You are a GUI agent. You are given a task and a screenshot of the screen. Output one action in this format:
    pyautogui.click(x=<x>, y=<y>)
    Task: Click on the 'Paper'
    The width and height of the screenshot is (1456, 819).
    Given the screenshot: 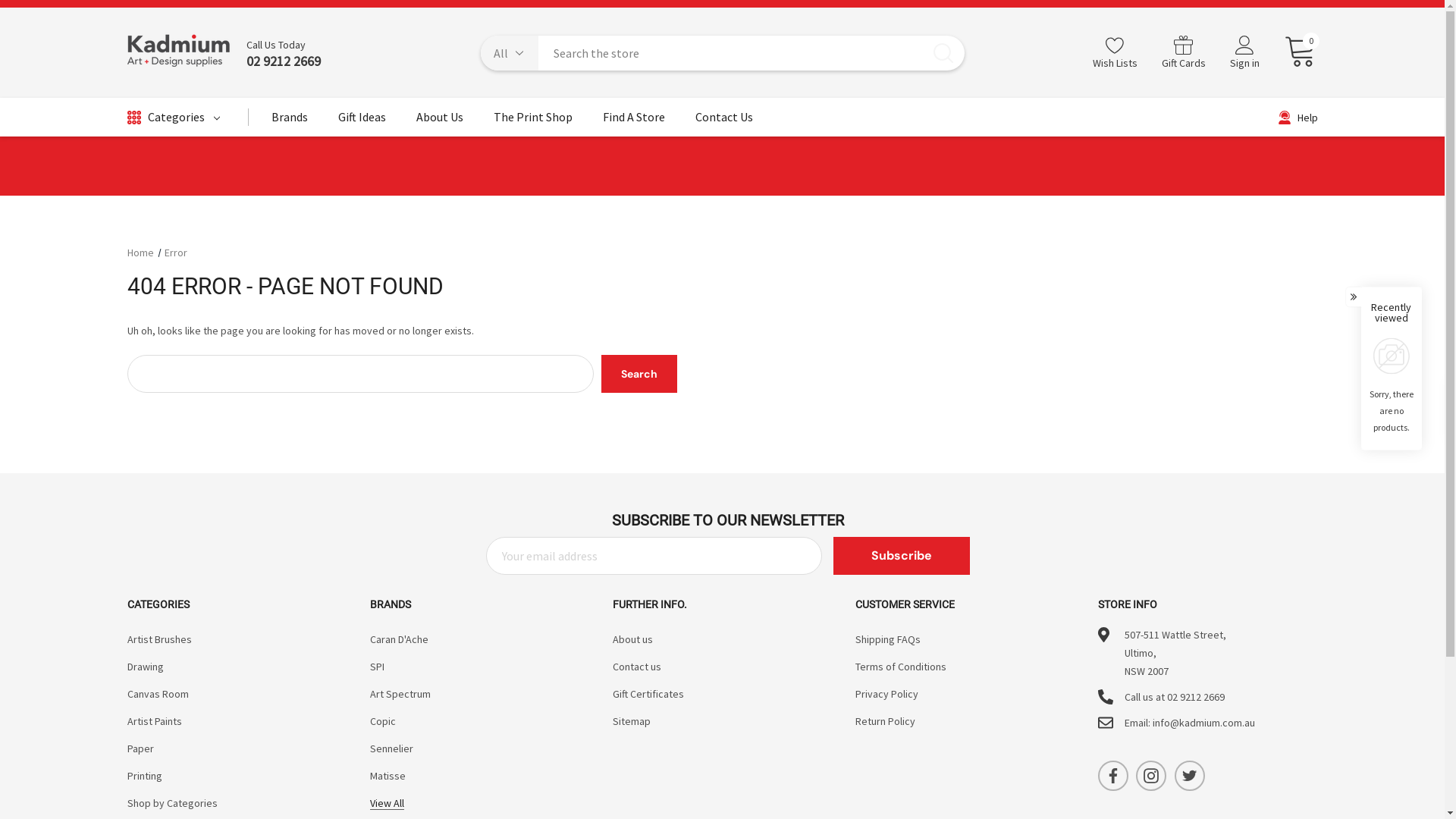 What is the action you would take?
    pyautogui.click(x=140, y=748)
    